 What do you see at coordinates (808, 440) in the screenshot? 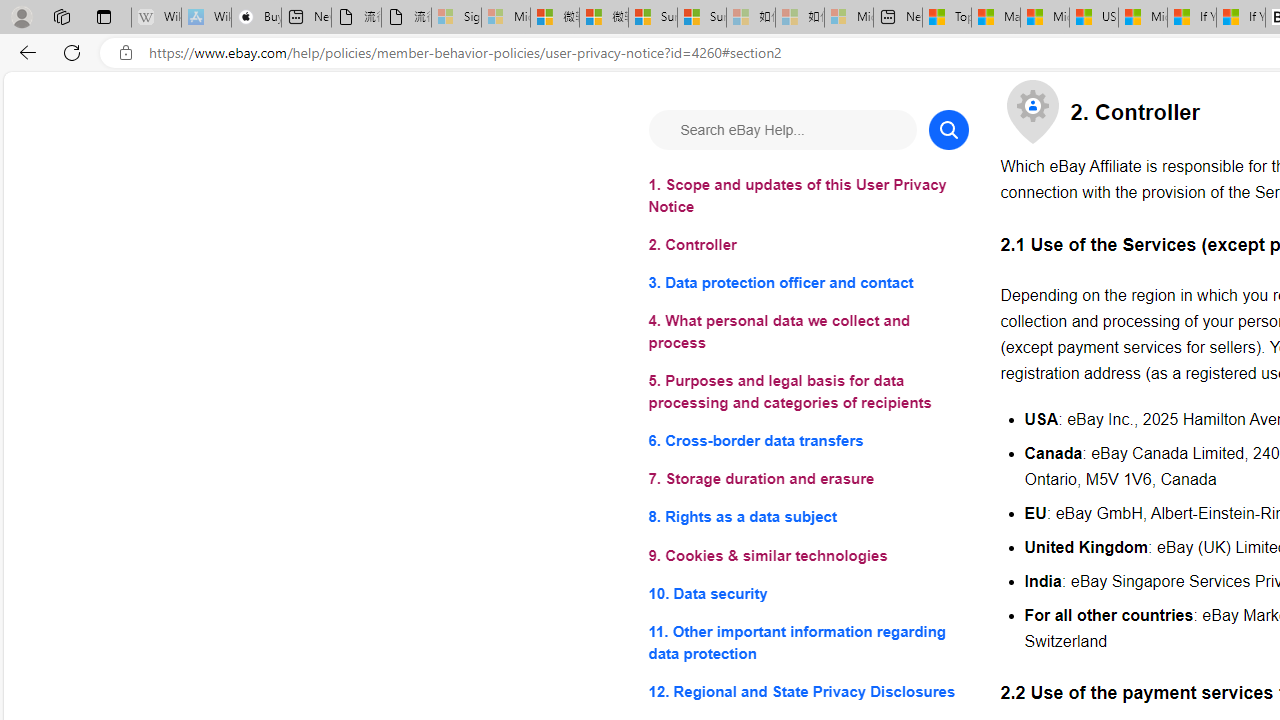
I see `'6. Cross-border data transfers'` at bounding box center [808, 440].